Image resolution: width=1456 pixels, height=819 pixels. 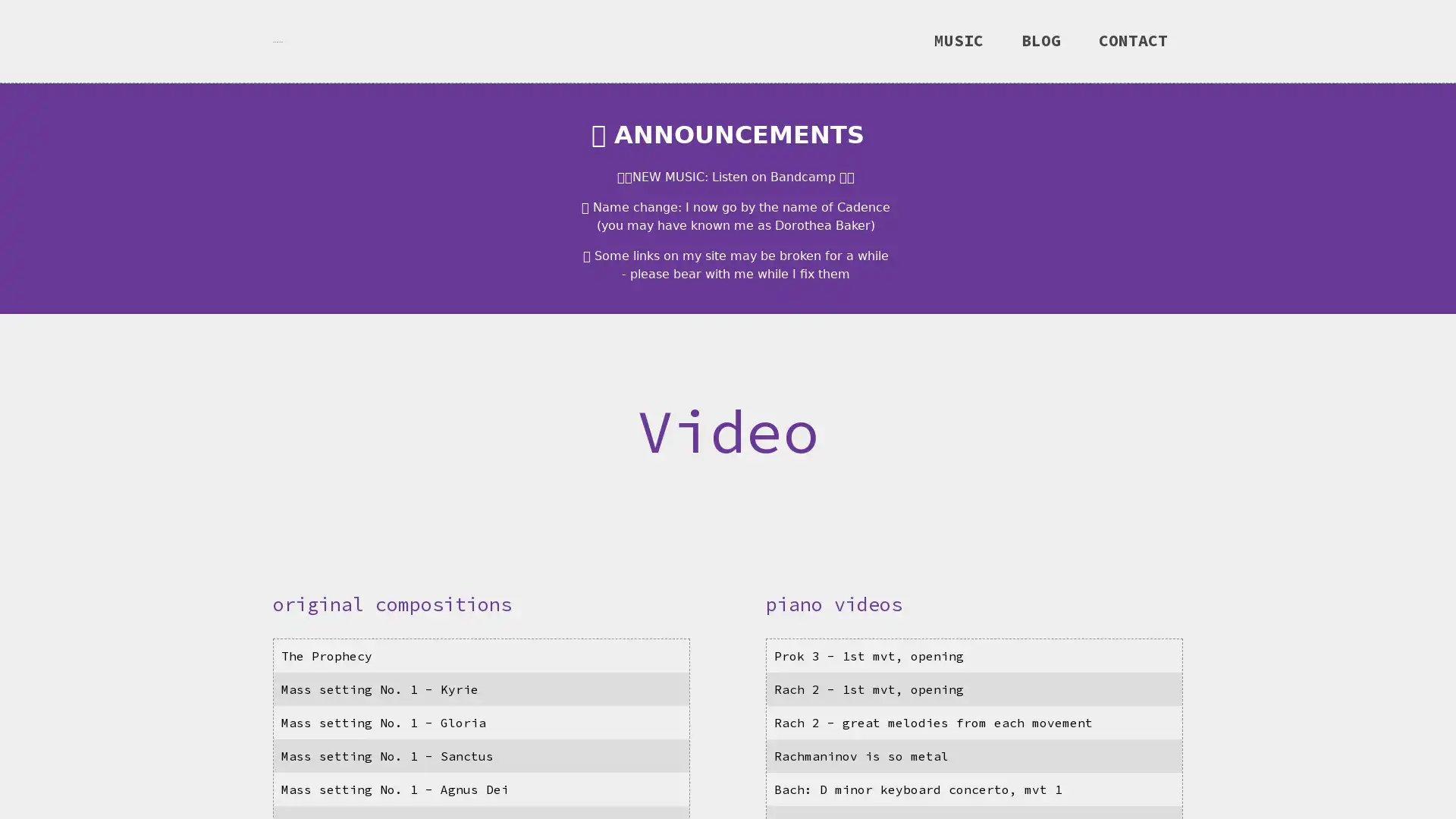 I want to click on video: Prok 3 - 1st mvt, opening, so click(x=974, y=654).